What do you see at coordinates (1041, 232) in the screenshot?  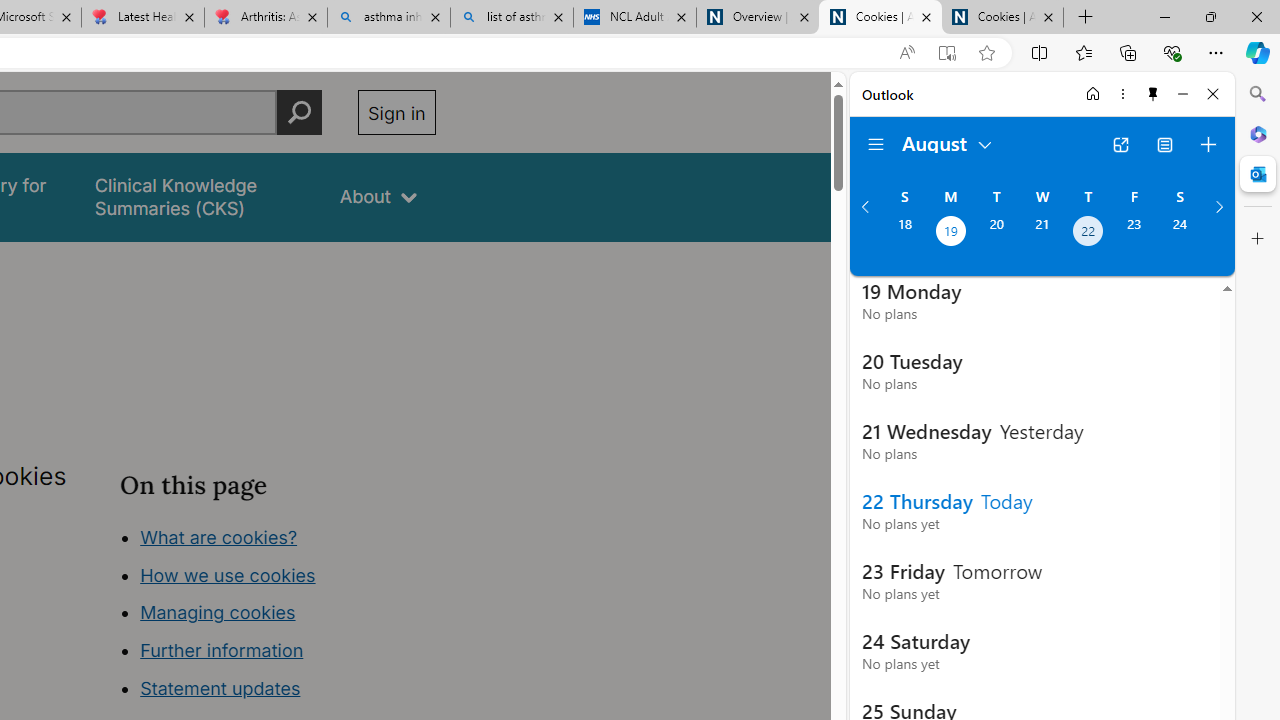 I see `'Wednesday, August 21, 2024. '` at bounding box center [1041, 232].